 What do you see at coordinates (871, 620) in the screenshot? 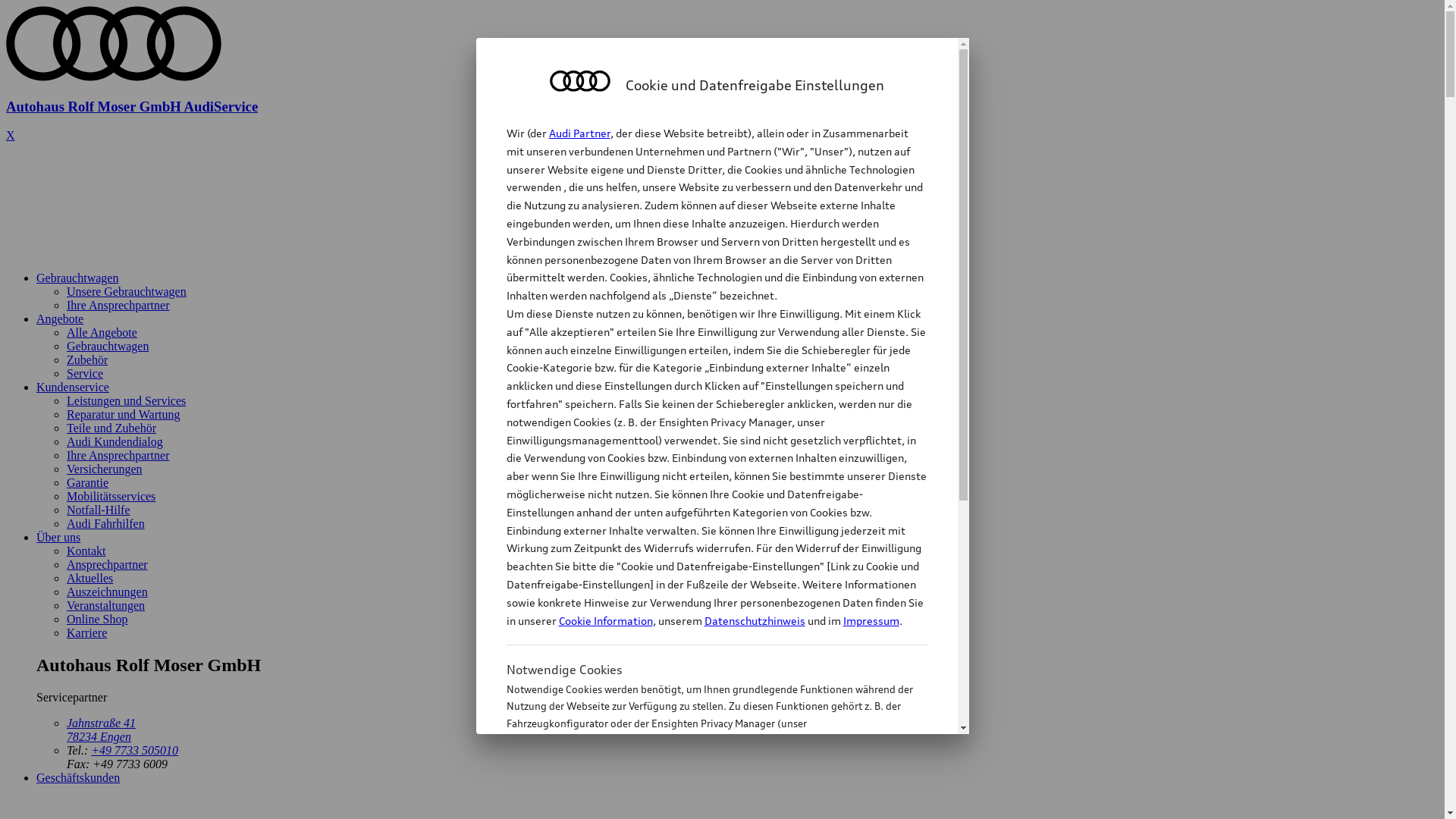
I see `'Impressum'` at bounding box center [871, 620].